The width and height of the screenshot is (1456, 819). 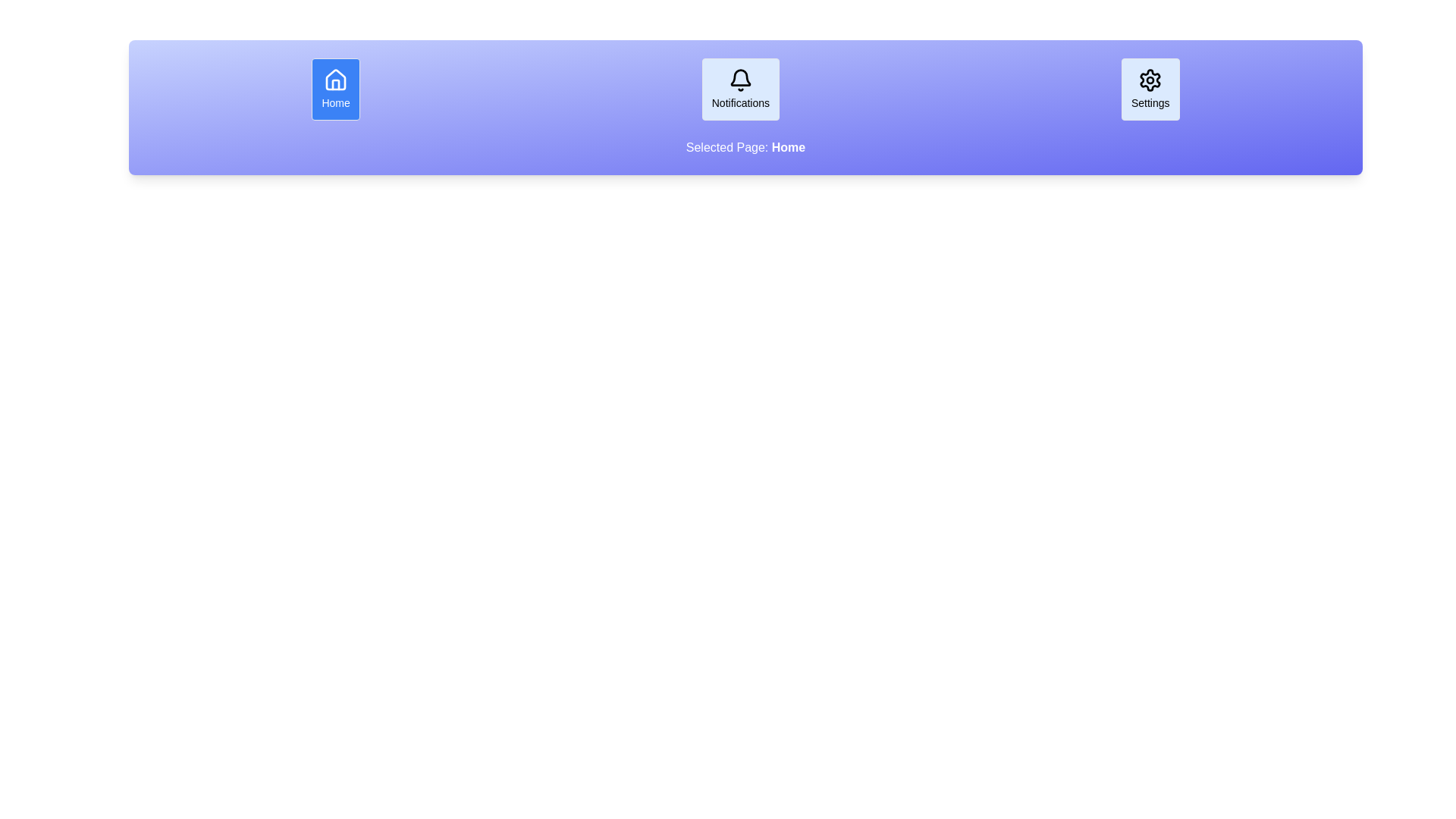 What do you see at coordinates (1150, 89) in the screenshot?
I see `the Settings button to observe its hover effect` at bounding box center [1150, 89].